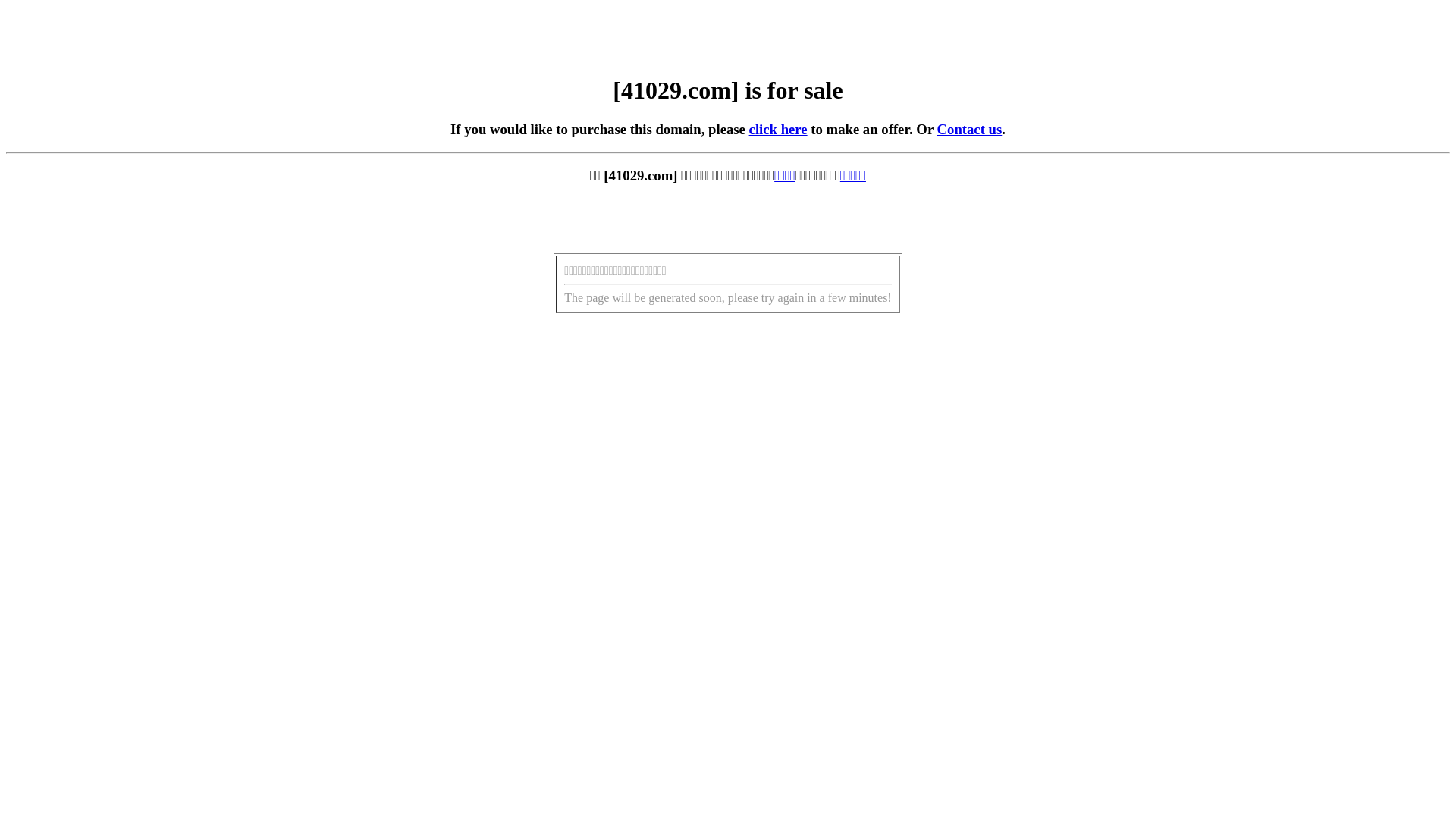 Image resolution: width=1456 pixels, height=819 pixels. I want to click on 'click here', so click(778, 128).